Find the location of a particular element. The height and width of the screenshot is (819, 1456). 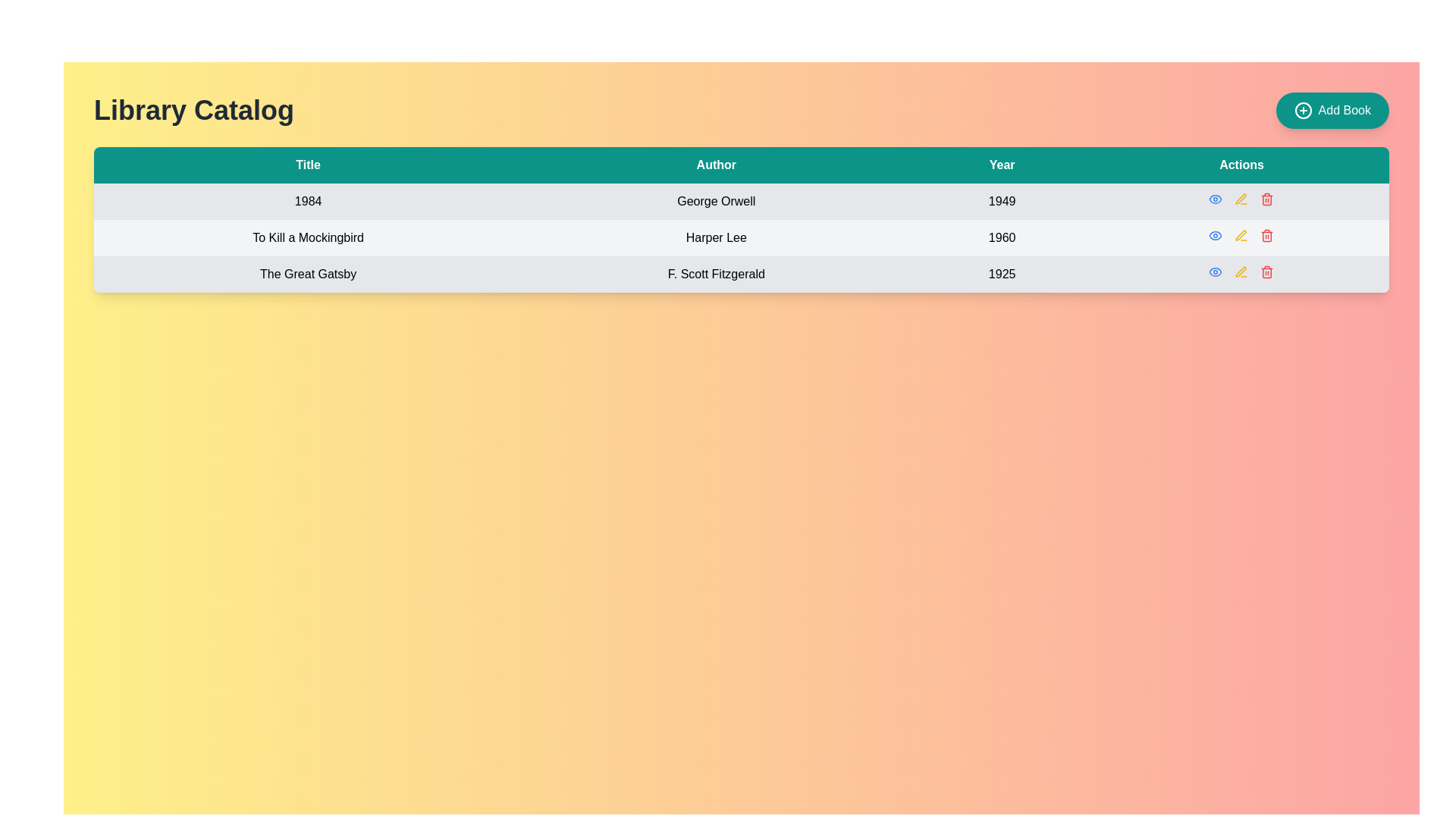

the pen-shaped icon located in the 'Actions' column of the second row in the table is located at coordinates (1241, 198).